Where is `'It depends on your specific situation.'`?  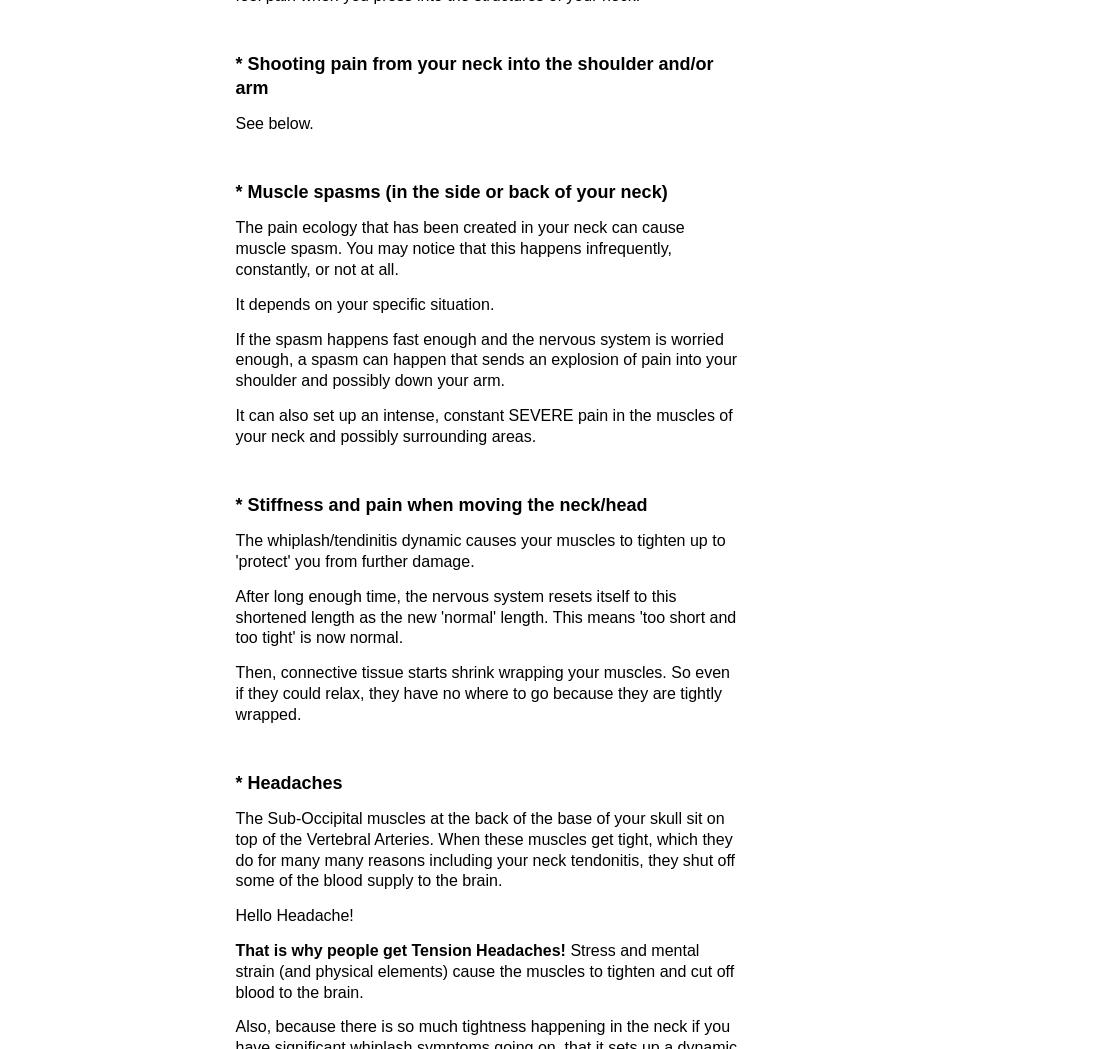 'It depends on your specific situation.' is located at coordinates (364, 303).